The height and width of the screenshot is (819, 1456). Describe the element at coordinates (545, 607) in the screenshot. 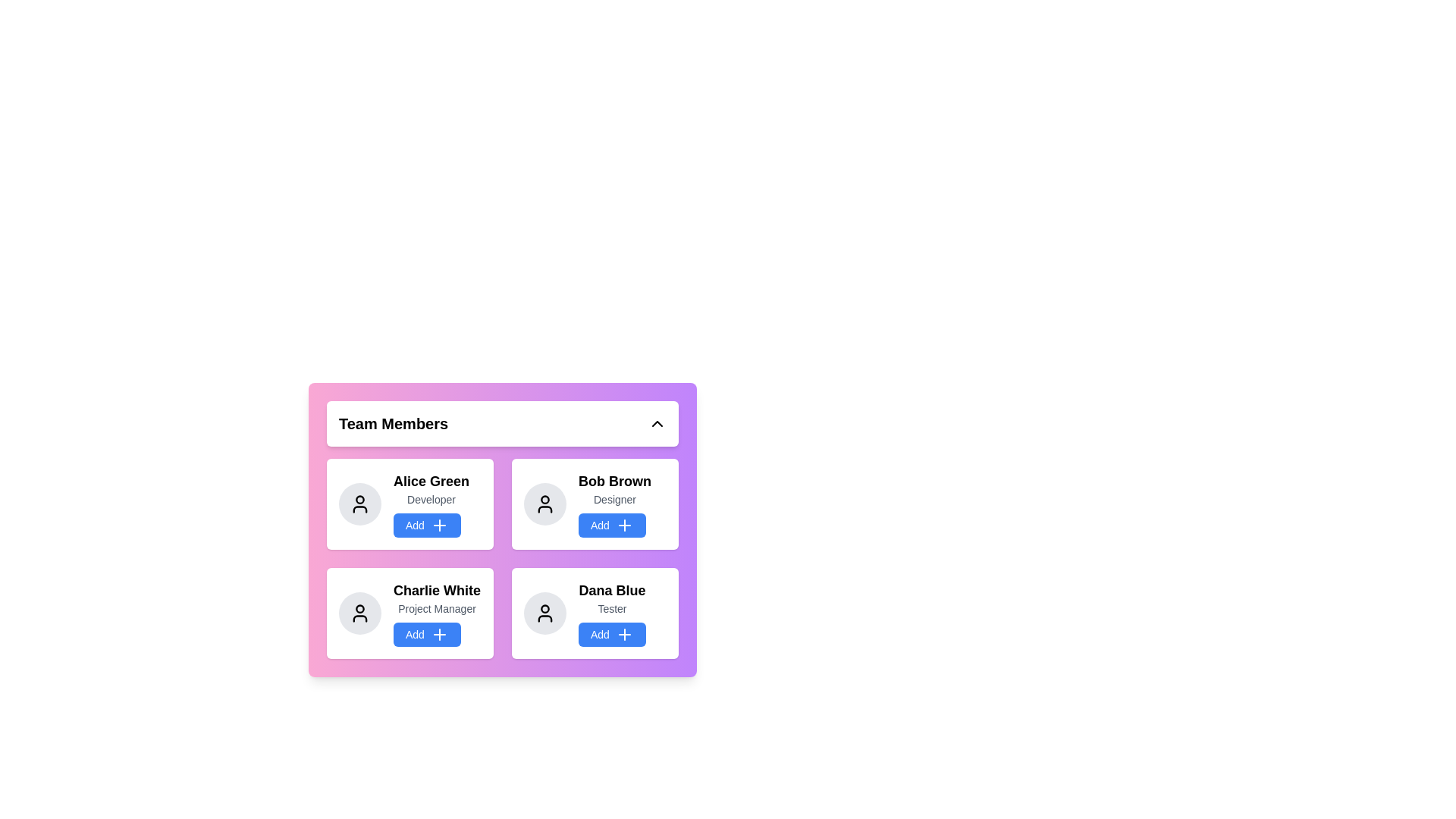

I see `the circular graphical element located in the profile icon of Dana Blue's team member card, positioned above the 'Add' button` at that location.